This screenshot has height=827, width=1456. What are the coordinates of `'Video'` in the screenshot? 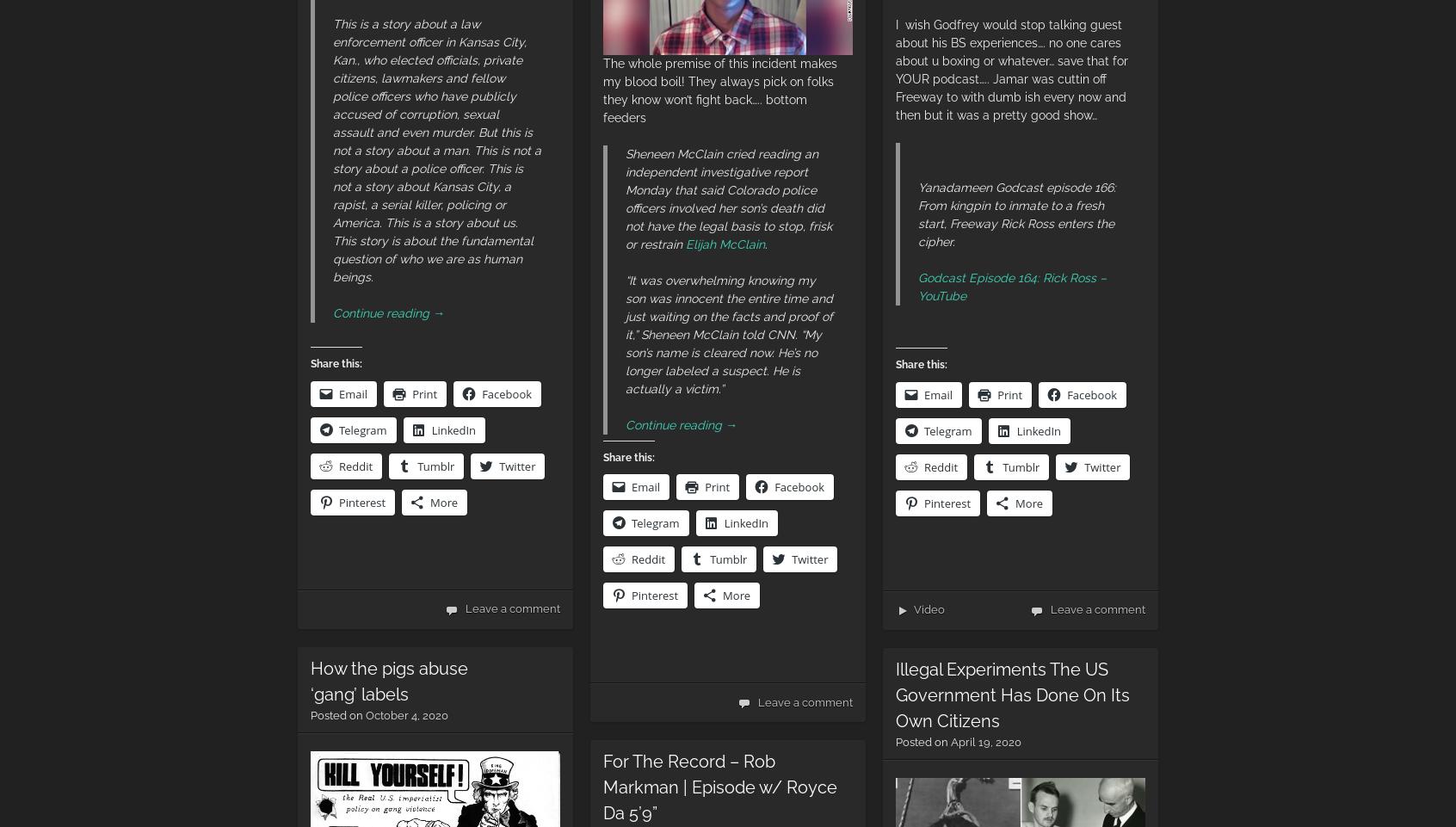 It's located at (929, 608).